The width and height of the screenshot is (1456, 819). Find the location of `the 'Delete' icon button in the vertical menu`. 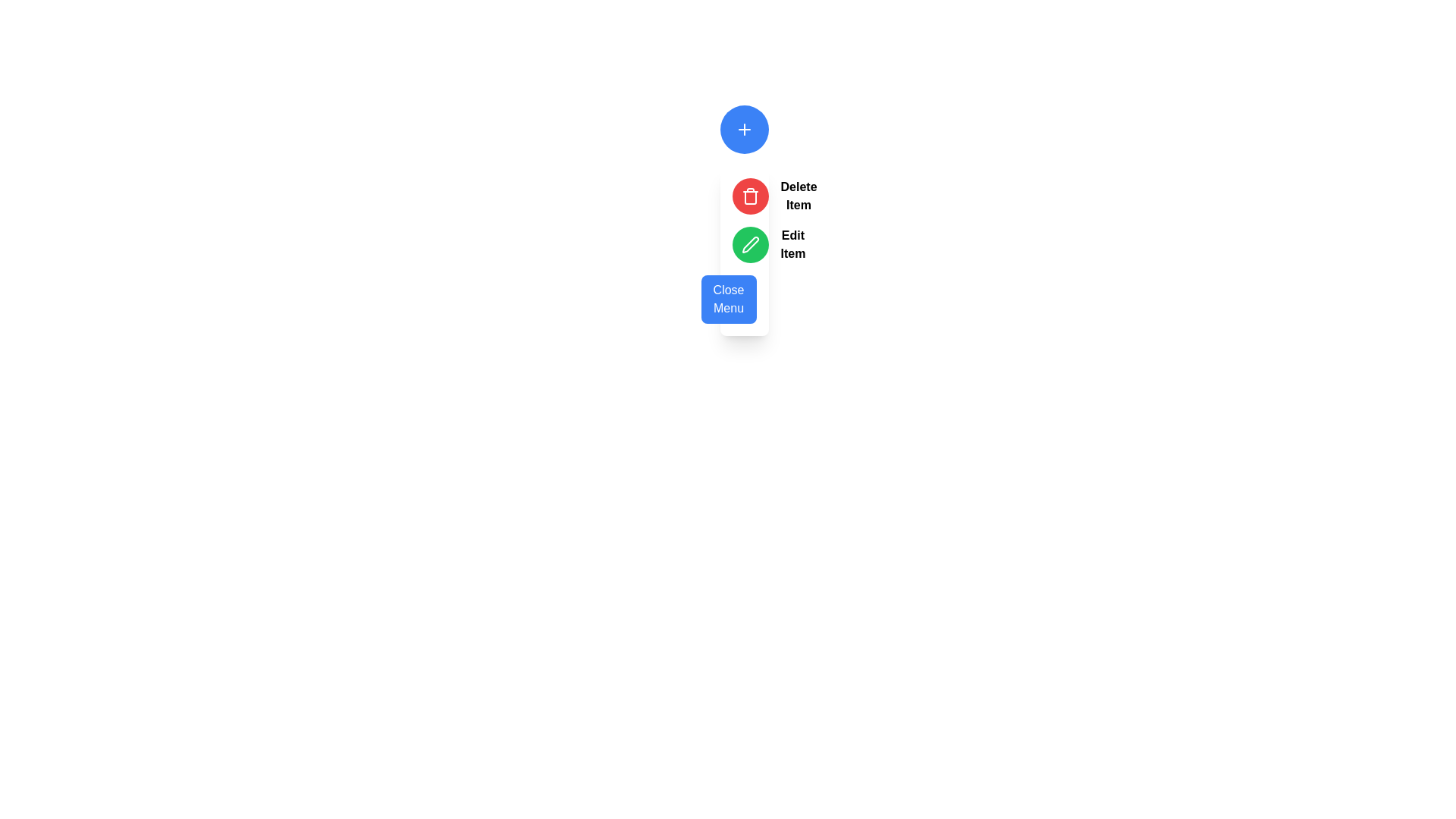

the 'Delete' icon button in the vertical menu is located at coordinates (750, 195).